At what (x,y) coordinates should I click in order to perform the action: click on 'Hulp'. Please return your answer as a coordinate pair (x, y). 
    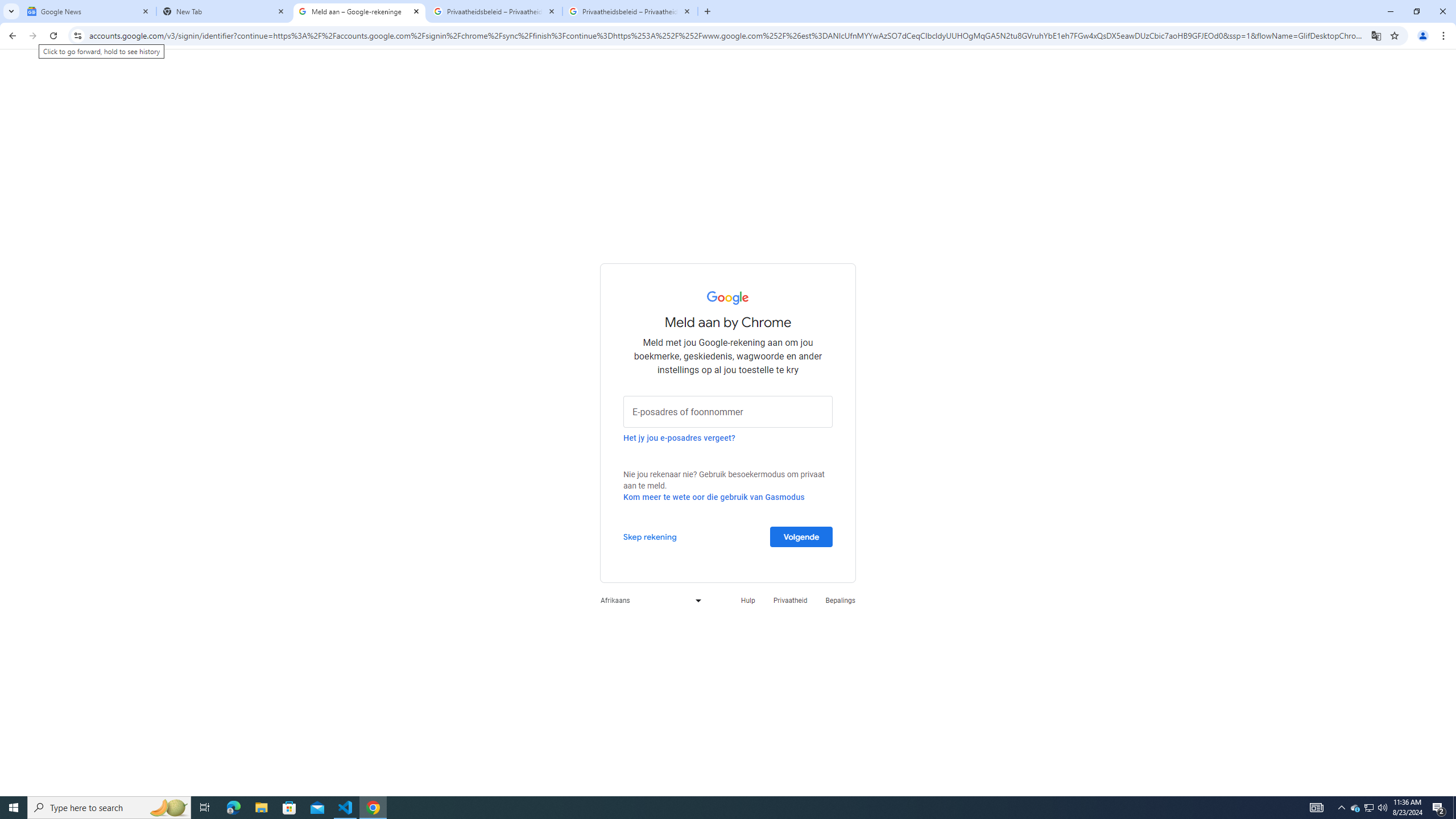
    Looking at the image, I should click on (747, 599).